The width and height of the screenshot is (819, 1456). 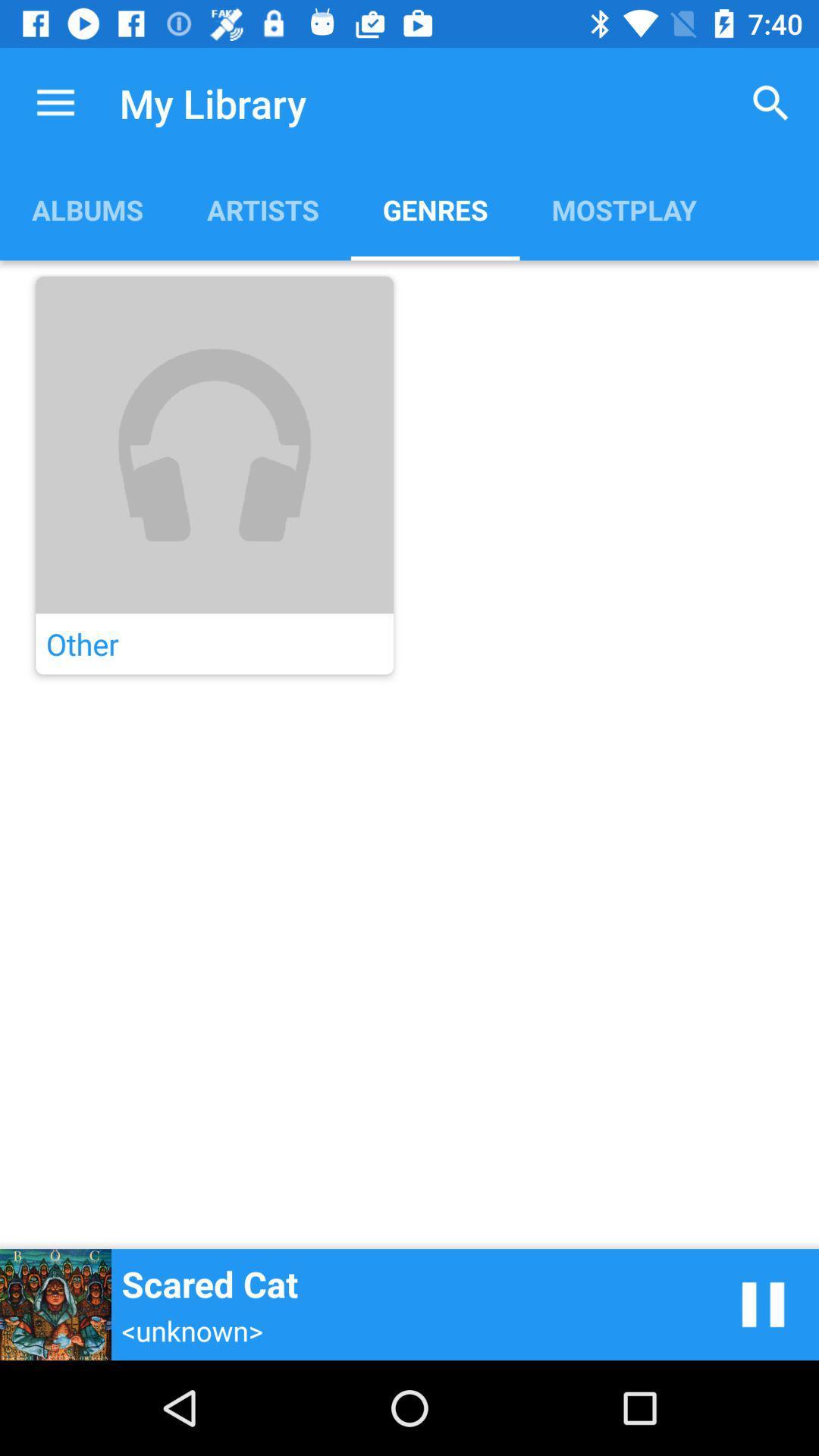 I want to click on item above mostplay icon, so click(x=771, y=102).